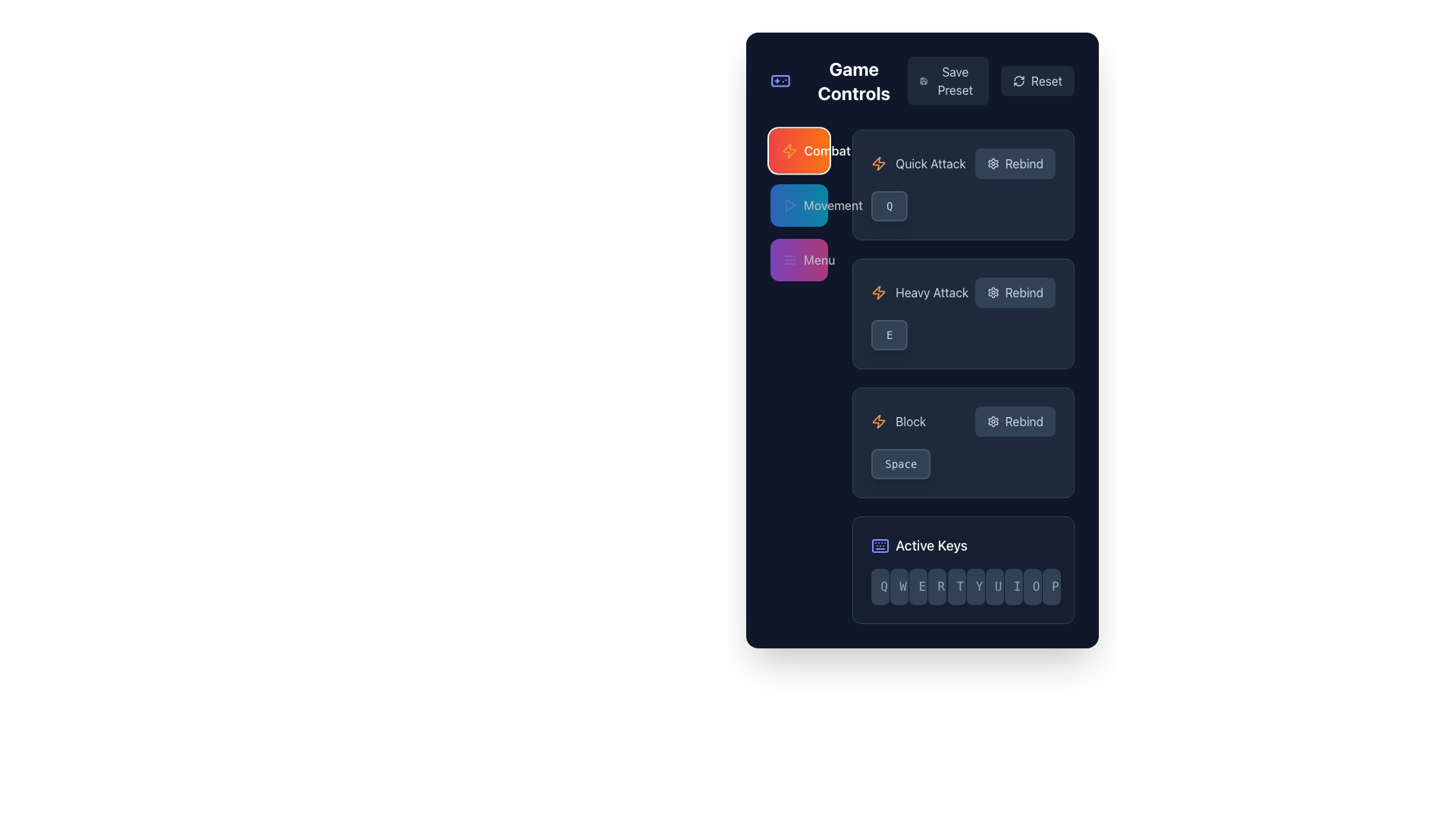 The height and width of the screenshot is (819, 1456). What do you see at coordinates (879, 164) in the screenshot?
I see `the 'Quick Attack' icon located to the immediate left of the text 'Quick Attack'` at bounding box center [879, 164].